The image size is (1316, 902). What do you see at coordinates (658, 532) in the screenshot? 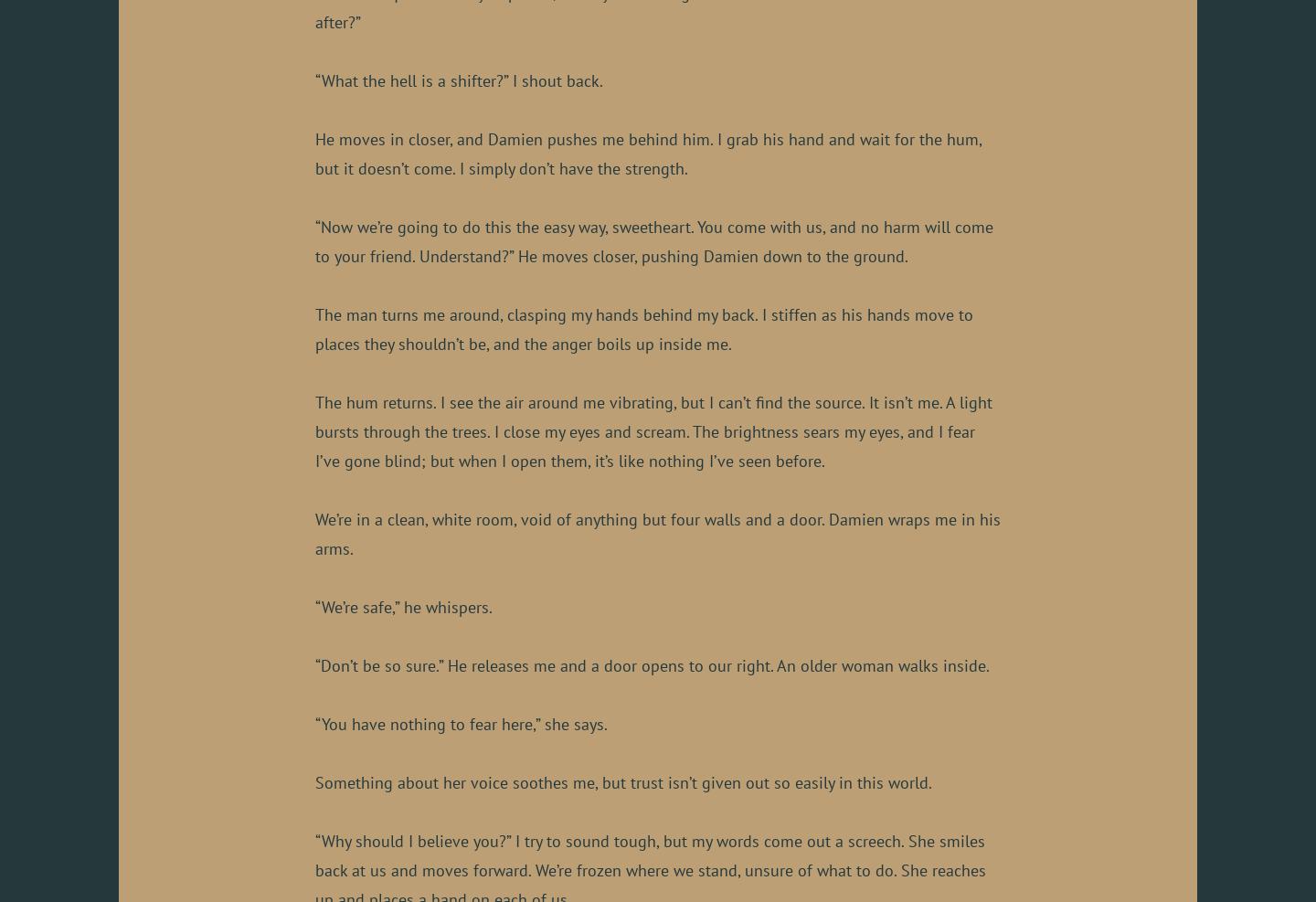
I see `'We’re in a clean, white room, void of anything but four walls and a door. Damien wraps me in his arms.'` at bounding box center [658, 532].